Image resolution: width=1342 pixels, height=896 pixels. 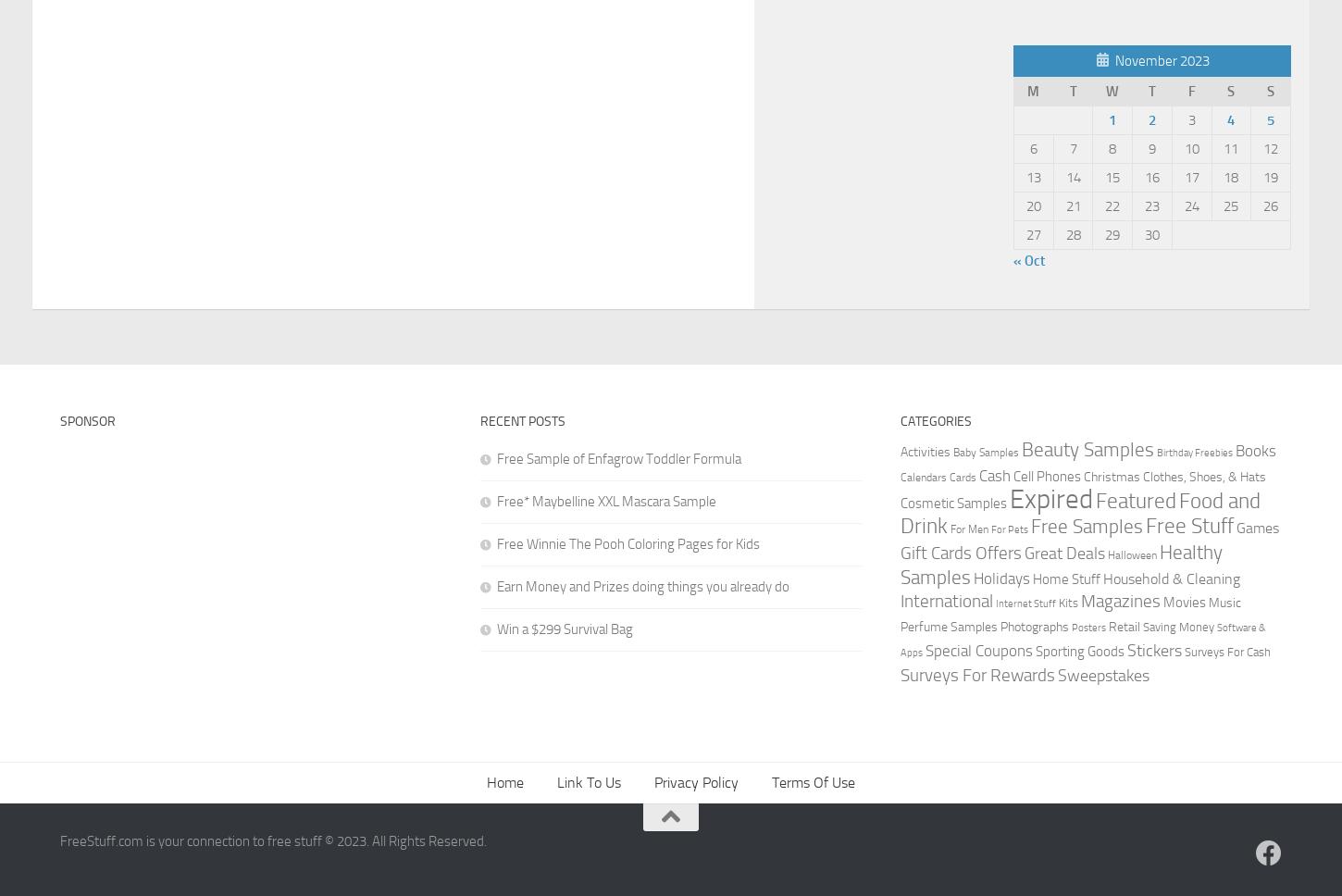 What do you see at coordinates (1032, 147) in the screenshot?
I see `'6'` at bounding box center [1032, 147].